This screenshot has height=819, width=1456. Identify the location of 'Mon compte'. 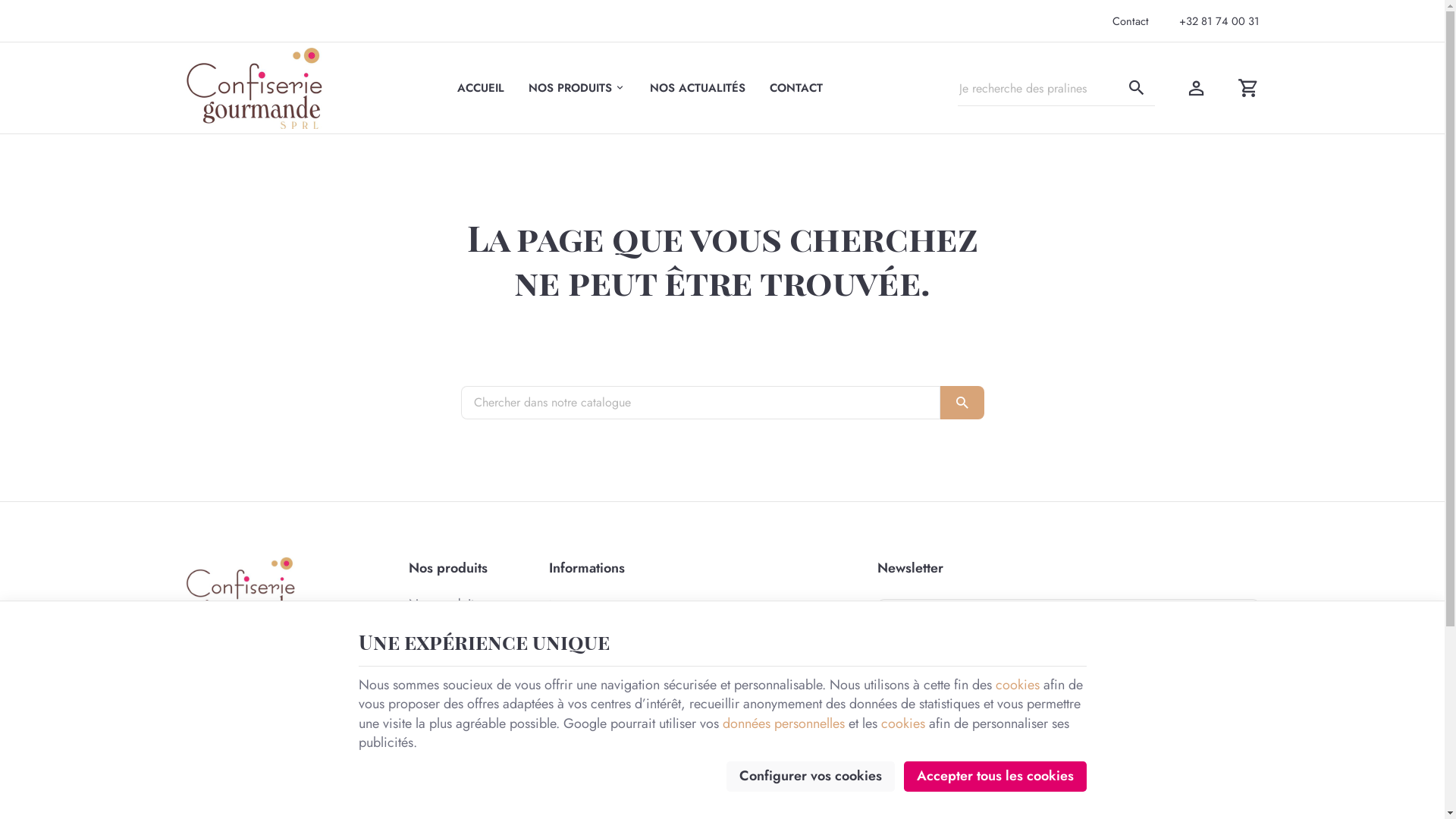
(1169, 87).